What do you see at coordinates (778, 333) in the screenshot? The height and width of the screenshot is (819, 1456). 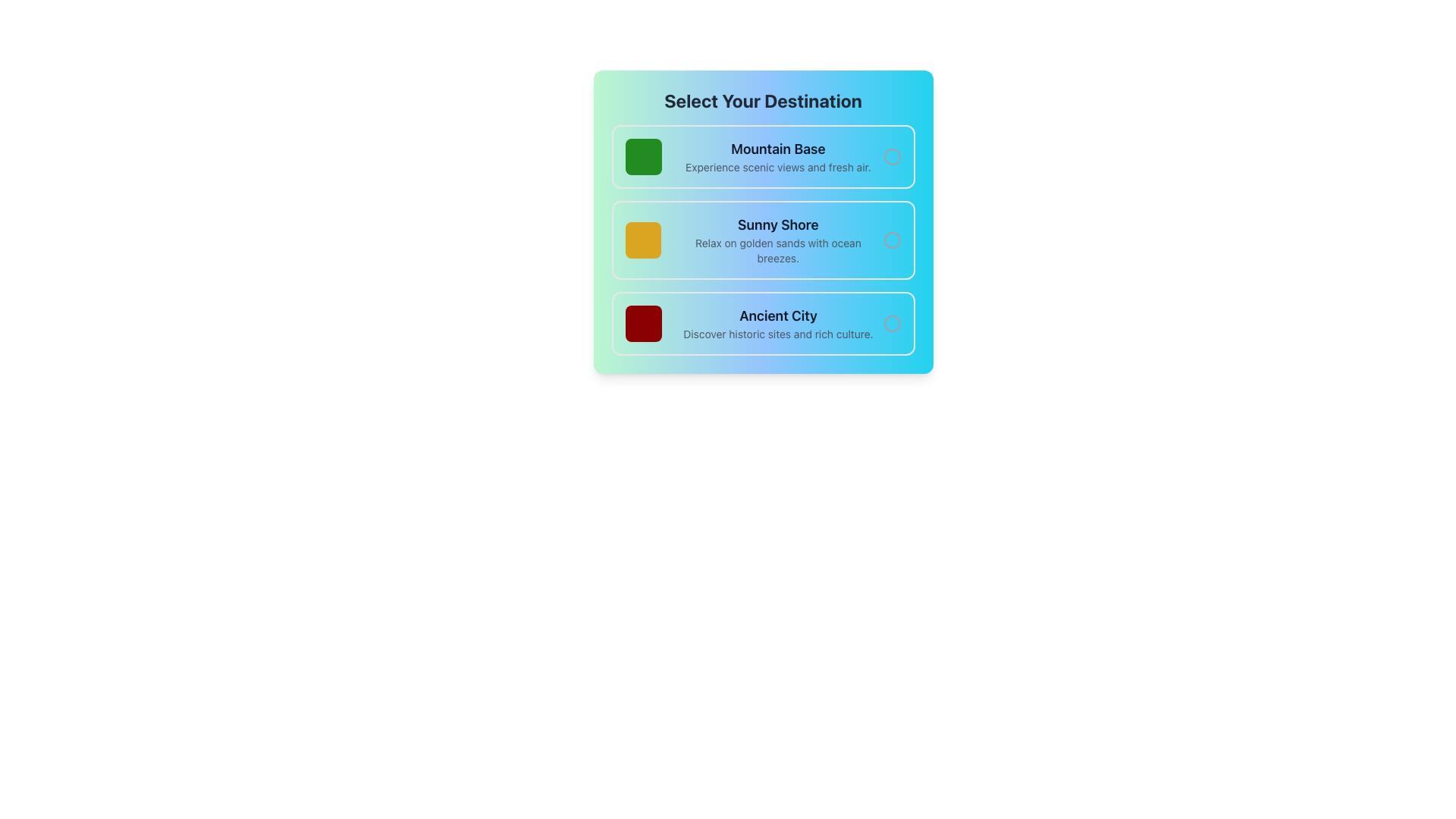 I see `static text element that displays the message 'Discover historic sites and rich culture.' located below the heading 'Ancient City.'` at bounding box center [778, 333].